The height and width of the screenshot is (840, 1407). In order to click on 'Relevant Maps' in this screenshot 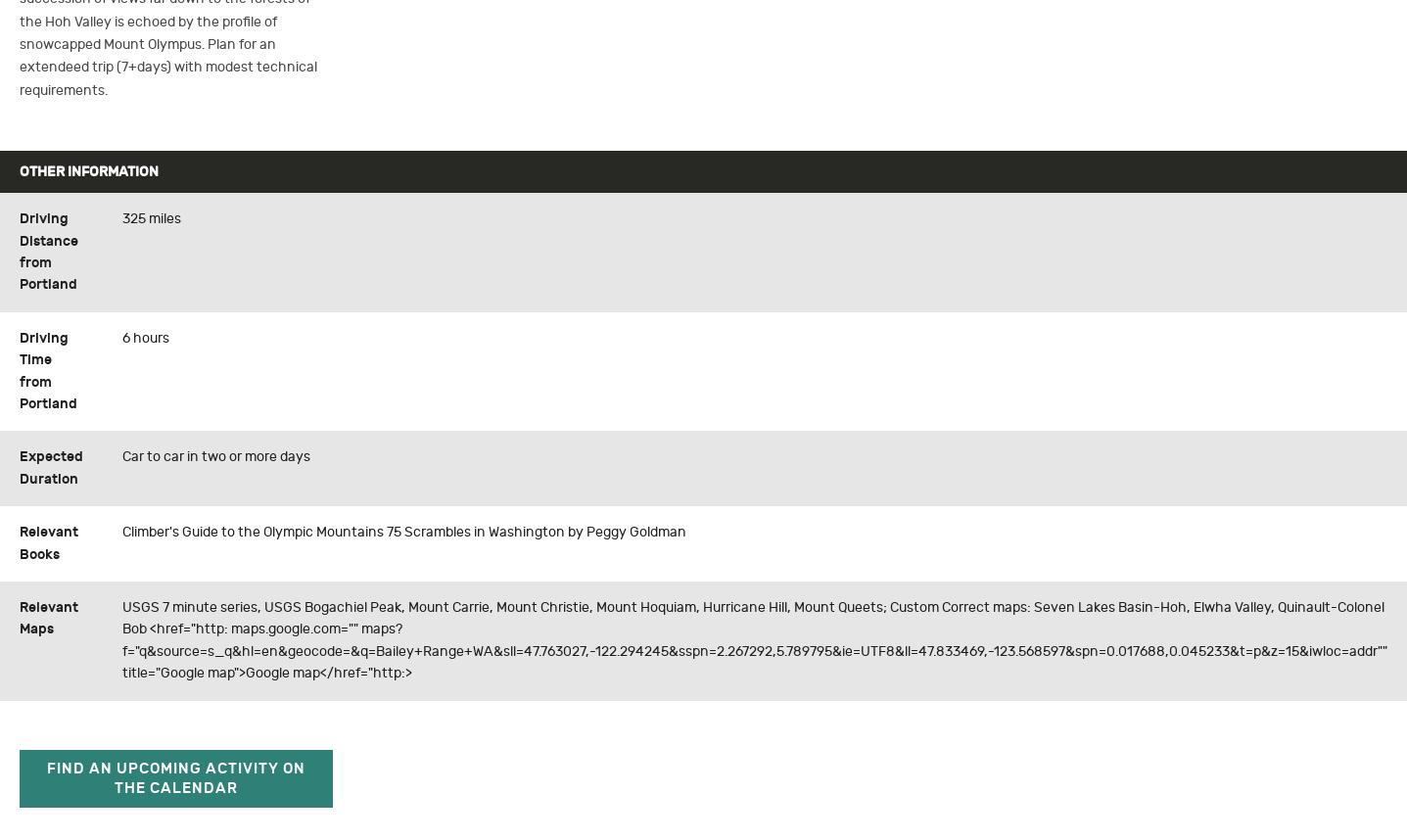, I will do `click(48, 617)`.